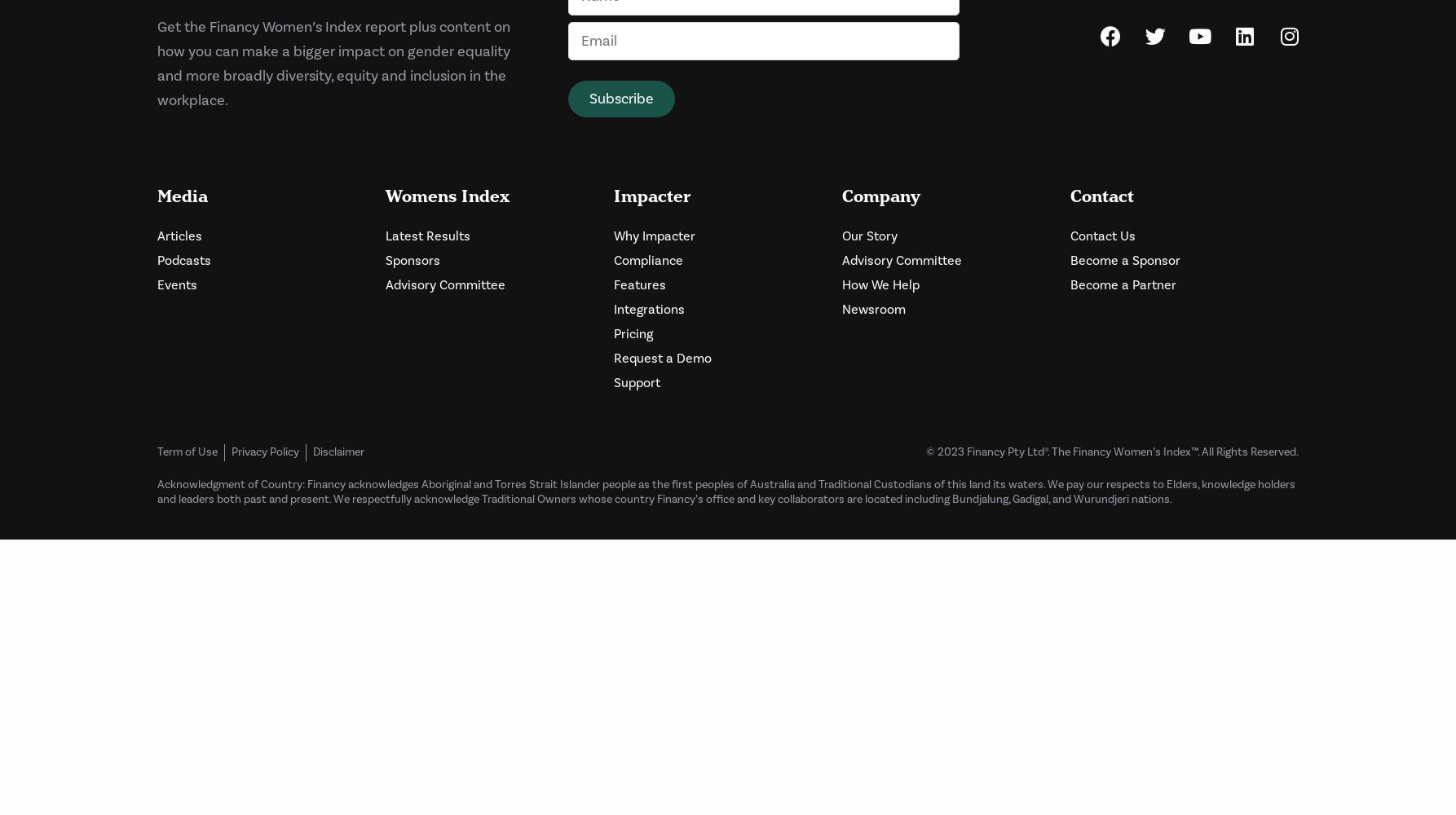  Describe the element at coordinates (1111, 452) in the screenshot. I see `'© 2023  Financy Pty Ltd®. The Financy Women’s Index™. All Rights Reserved.'` at that location.